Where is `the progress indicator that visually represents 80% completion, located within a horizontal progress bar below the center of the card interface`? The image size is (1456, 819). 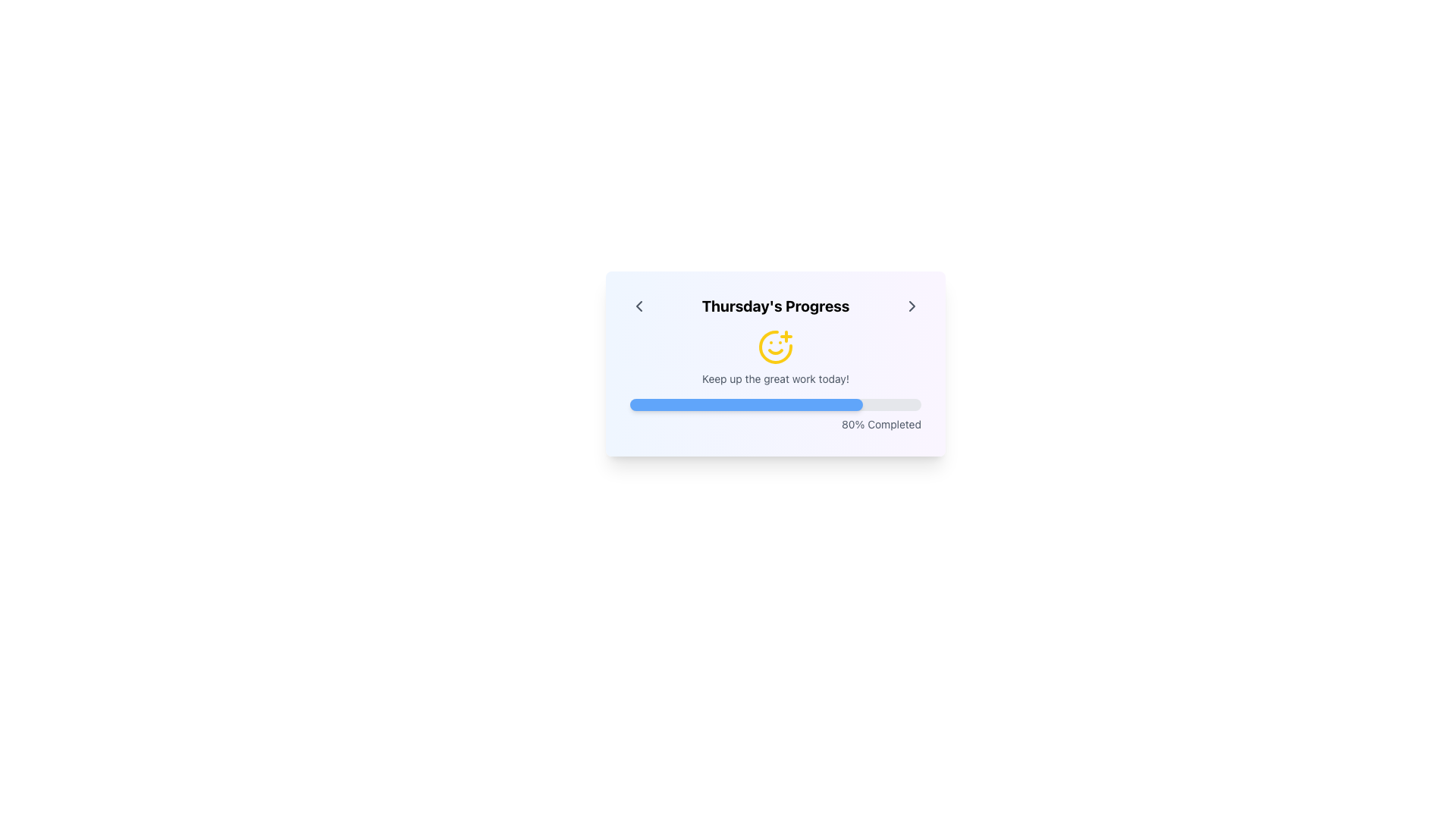 the progress indicator that visually represents 80% completion, located within a horizontal progress bar below the center of the card interface is located at coordinates (746, 403).